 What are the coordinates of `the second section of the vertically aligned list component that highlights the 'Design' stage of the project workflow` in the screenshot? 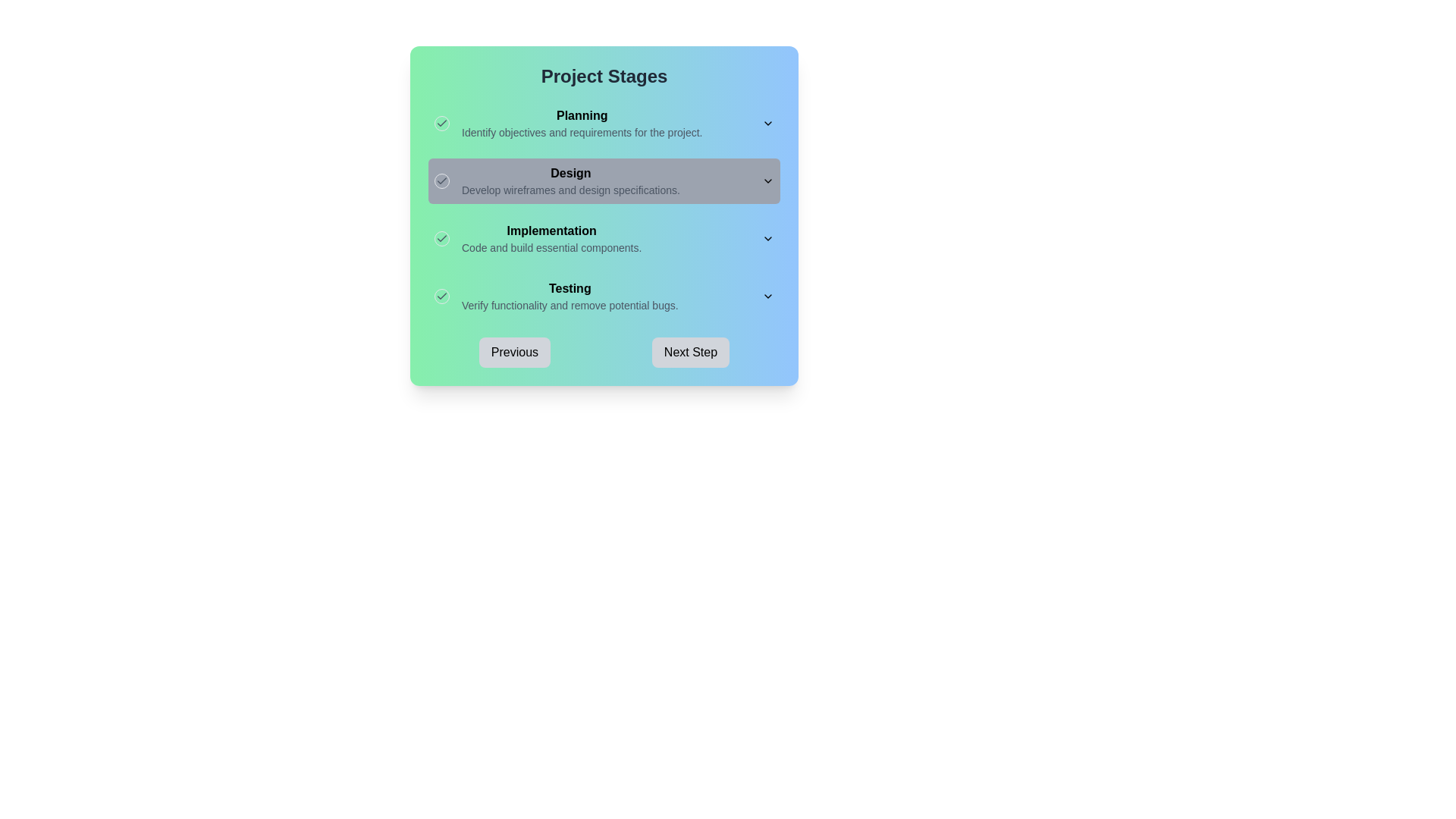 It's located at (603, 210).